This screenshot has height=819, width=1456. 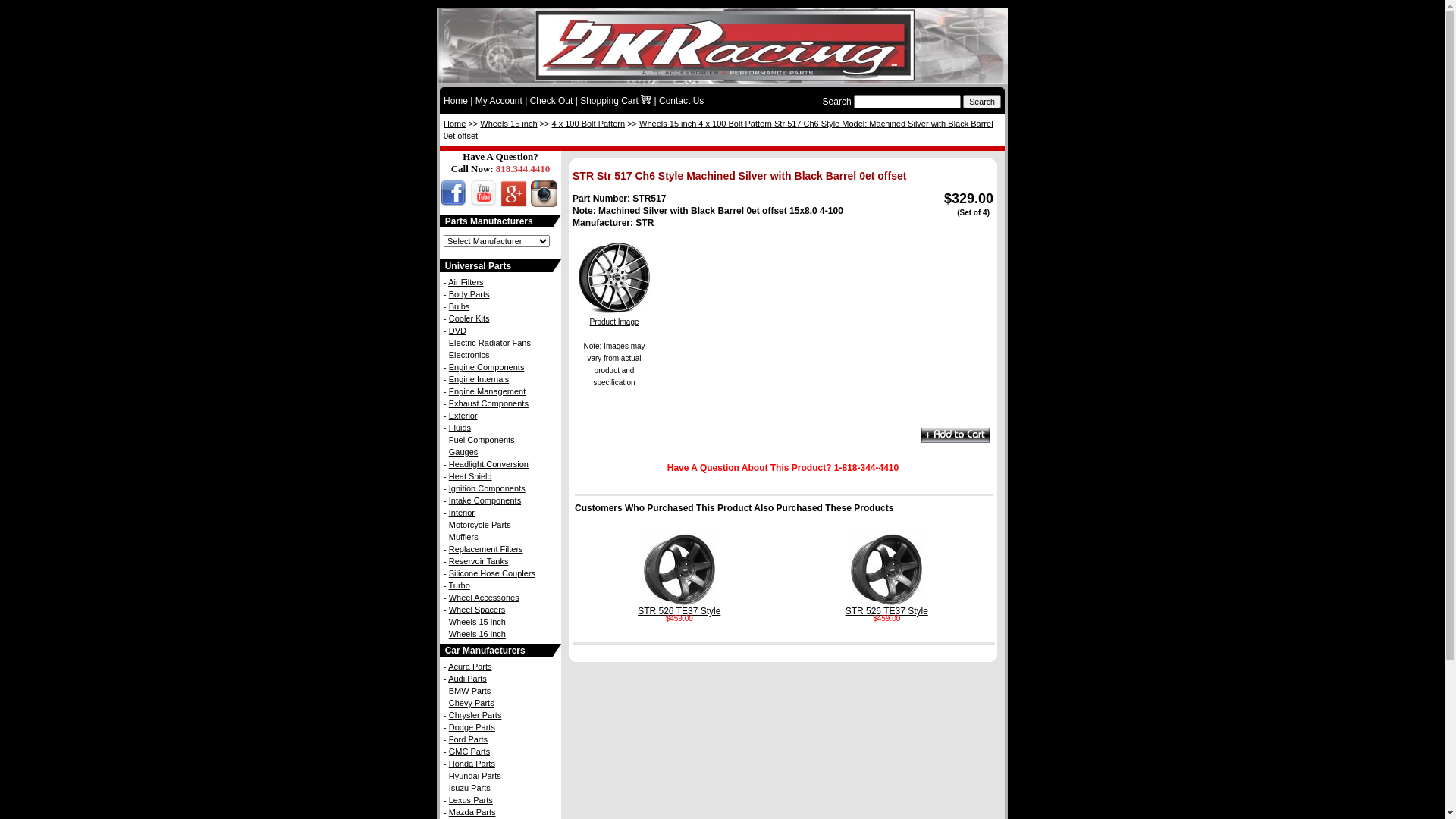 What do you see at coordinates (459, 427) in the screenshot?
I see `'Fluids'` at bounding box center [459, 427].